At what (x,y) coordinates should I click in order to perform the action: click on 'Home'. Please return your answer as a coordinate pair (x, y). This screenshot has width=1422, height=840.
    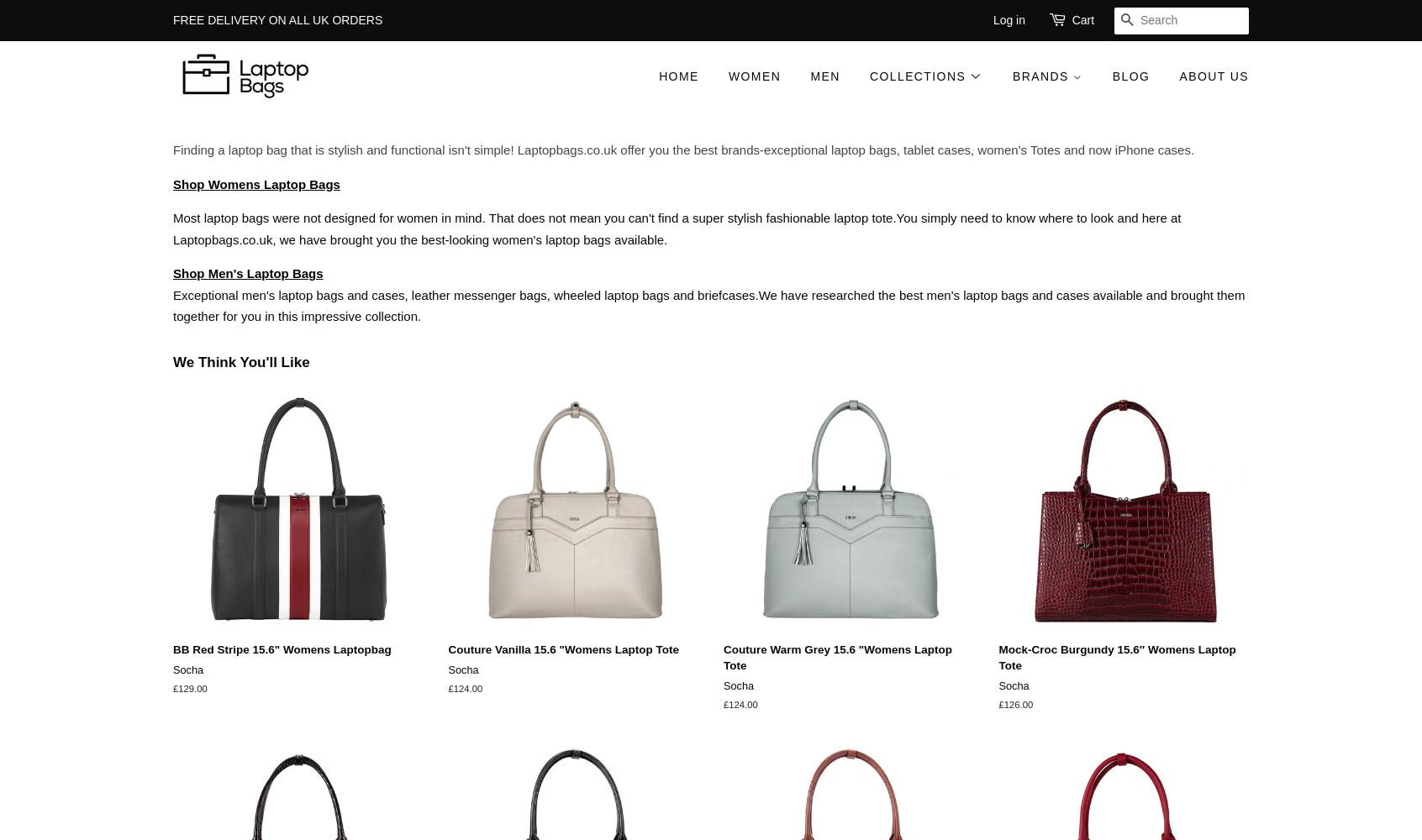
    Looking at the image, I should click on (659, 76).